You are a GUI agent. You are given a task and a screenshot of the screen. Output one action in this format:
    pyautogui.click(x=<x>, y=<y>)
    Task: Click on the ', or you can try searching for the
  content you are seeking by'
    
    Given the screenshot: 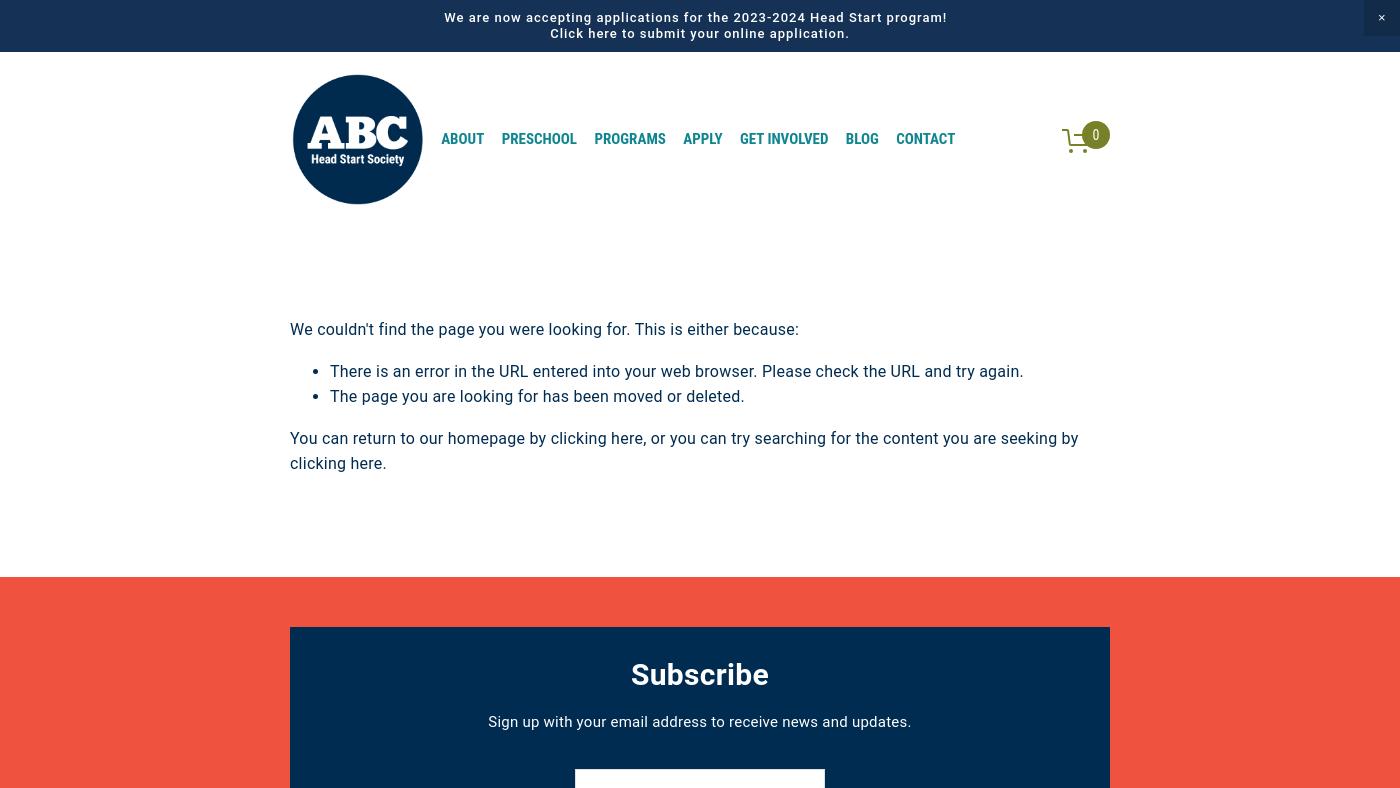 What is the action you would take?
    pyautogui.click(x=860, y=436)
    